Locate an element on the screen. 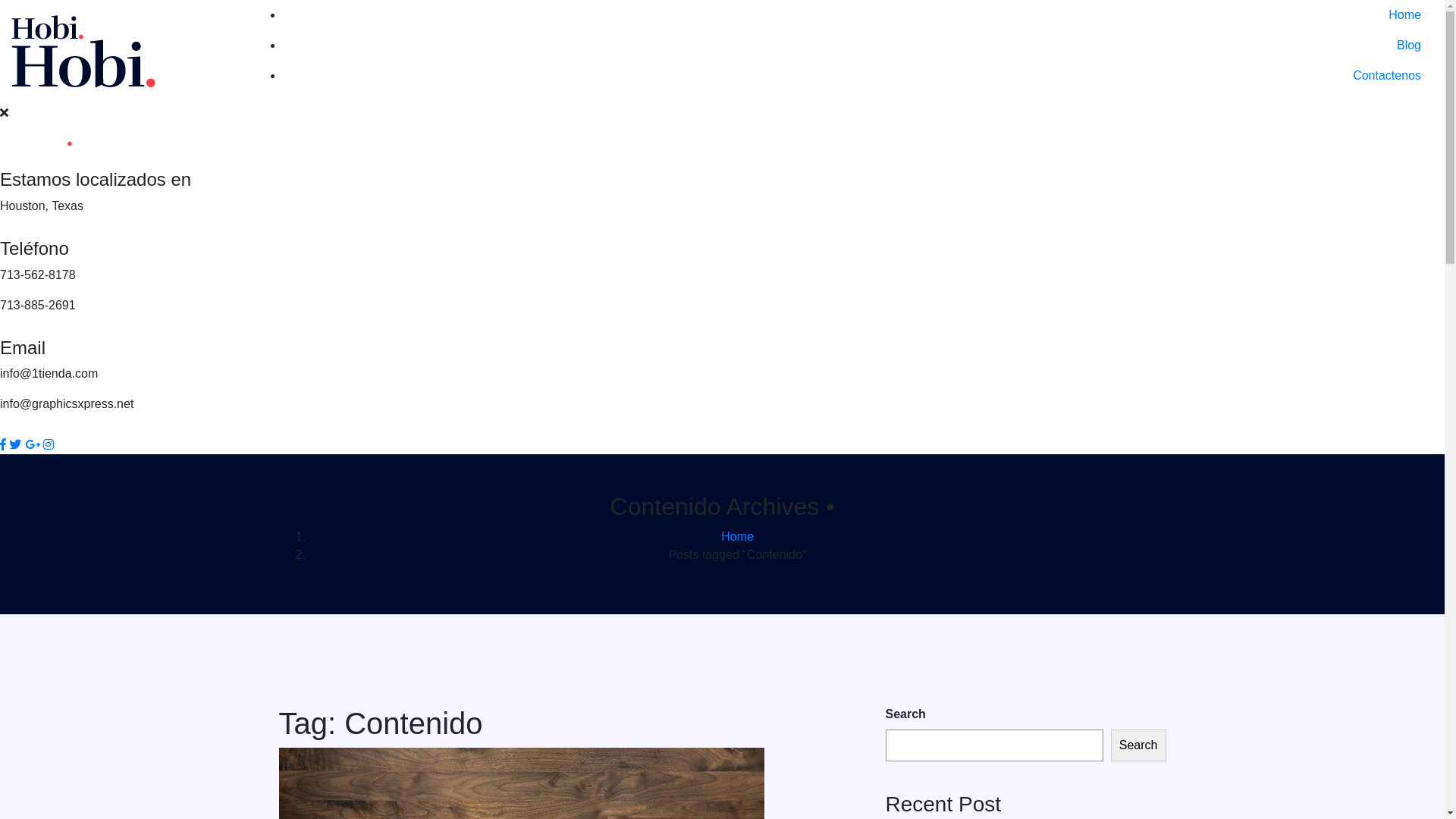  'Search' is located at coordinates (1138, 745).